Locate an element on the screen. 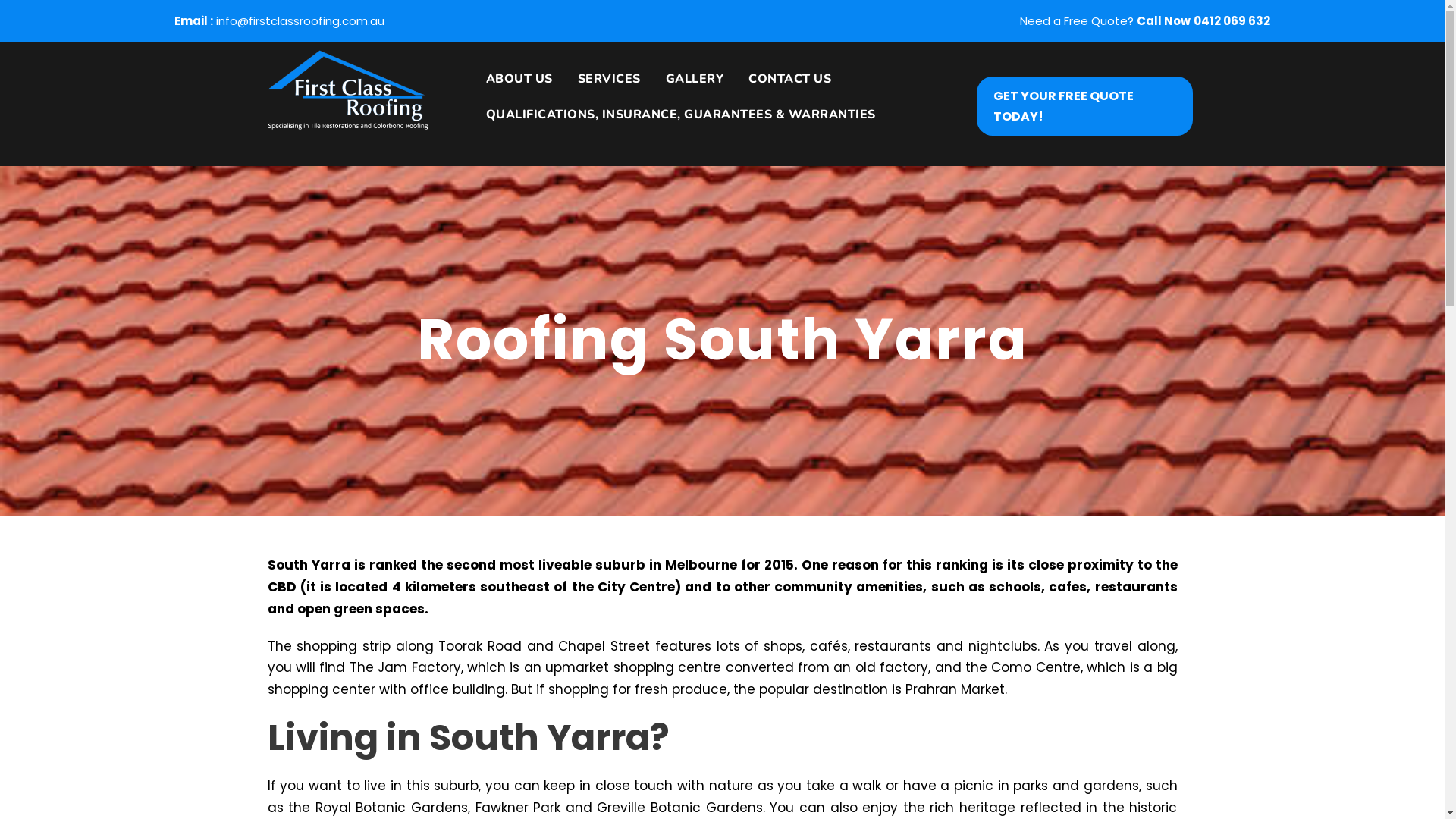 The image size is (1456, 819). 'SERVICES' is located at coordinates (566, 86).